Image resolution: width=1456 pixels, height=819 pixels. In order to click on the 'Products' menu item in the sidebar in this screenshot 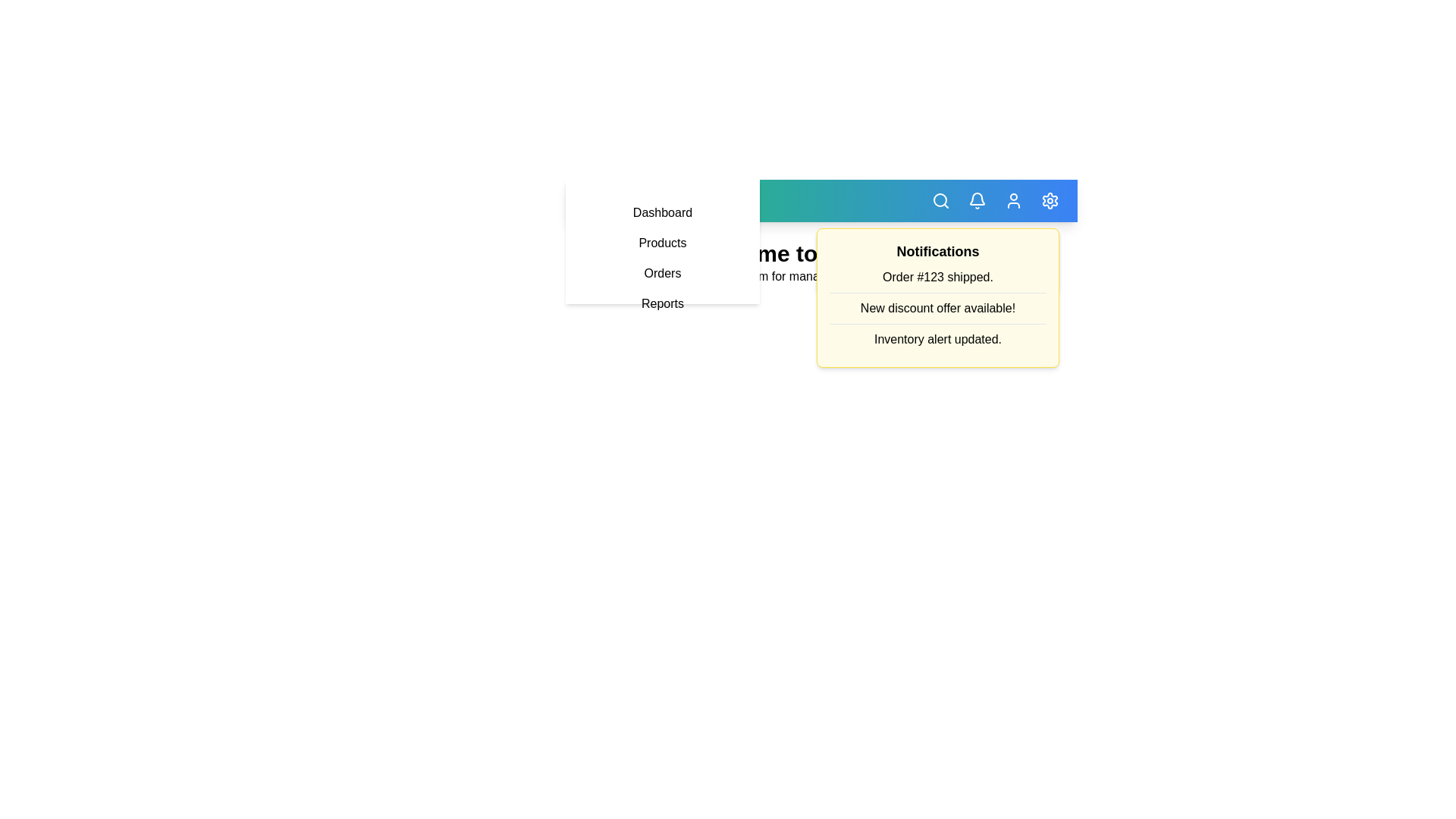, I will do `click(662, 257)`.